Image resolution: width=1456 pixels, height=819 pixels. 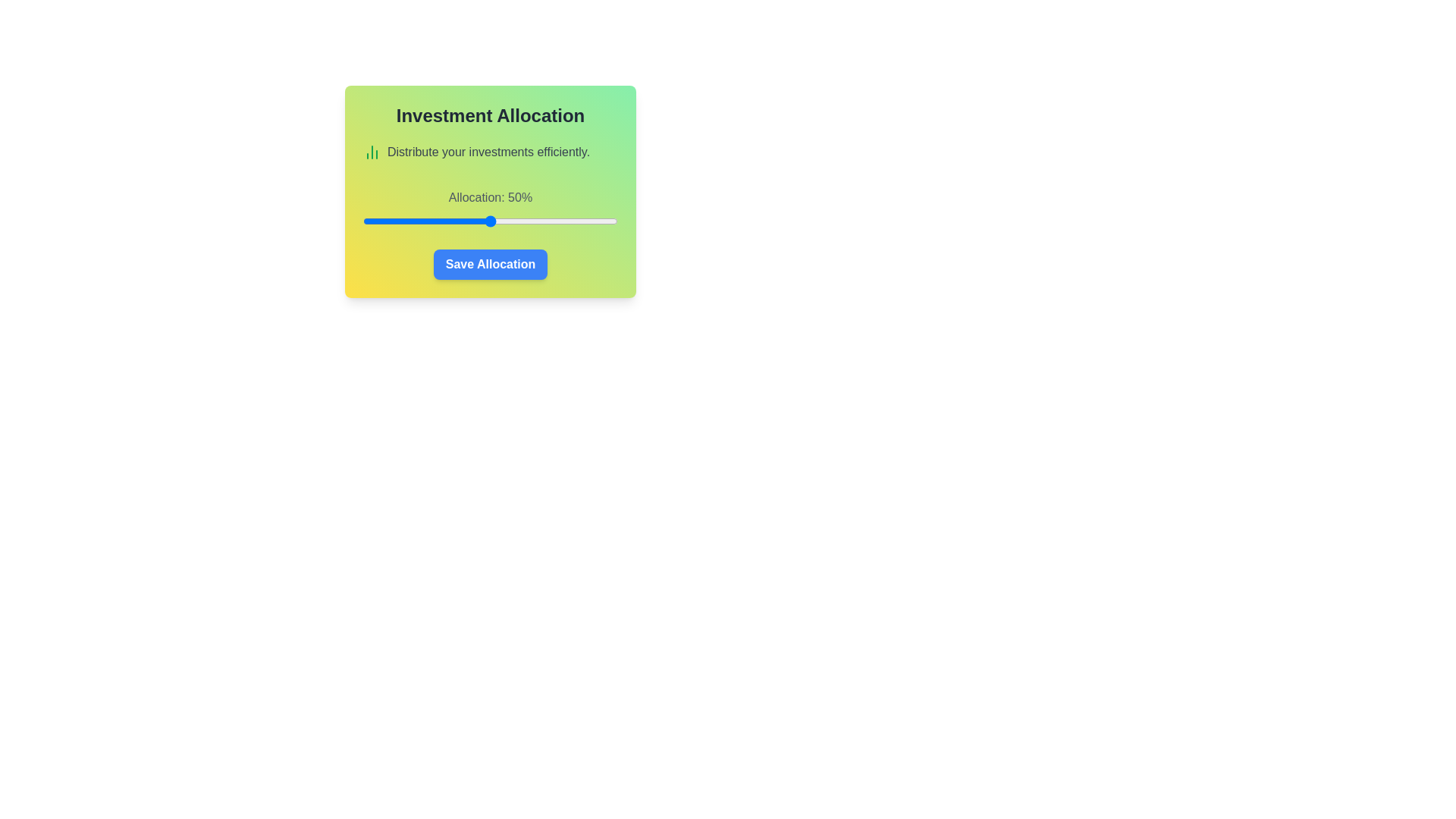 I want to click on the investment allocation slider to 56%, so click(x=506, y=221).